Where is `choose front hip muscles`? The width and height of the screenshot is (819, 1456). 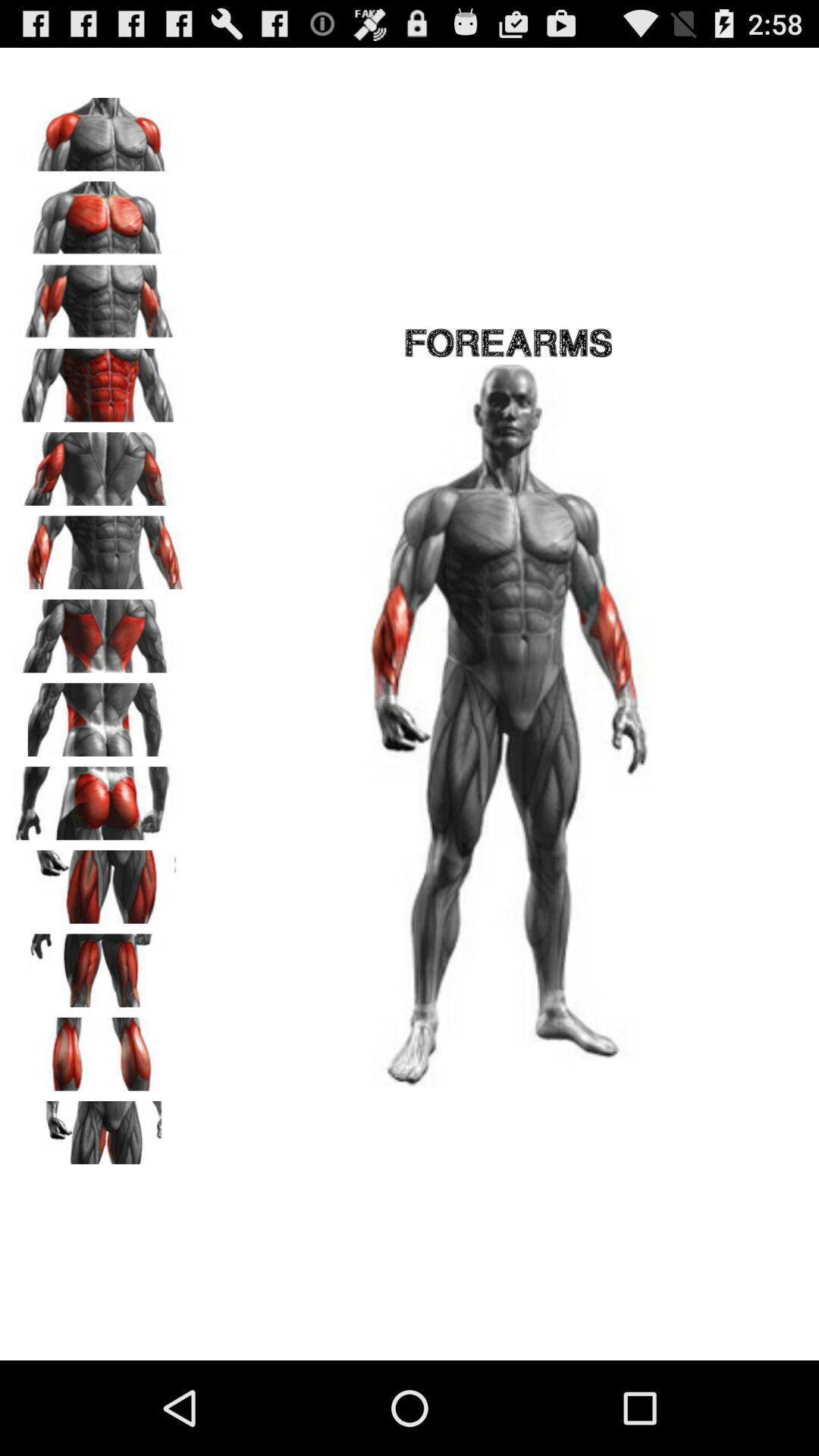 choose front hip muscles is located at coordinates (99, 881).